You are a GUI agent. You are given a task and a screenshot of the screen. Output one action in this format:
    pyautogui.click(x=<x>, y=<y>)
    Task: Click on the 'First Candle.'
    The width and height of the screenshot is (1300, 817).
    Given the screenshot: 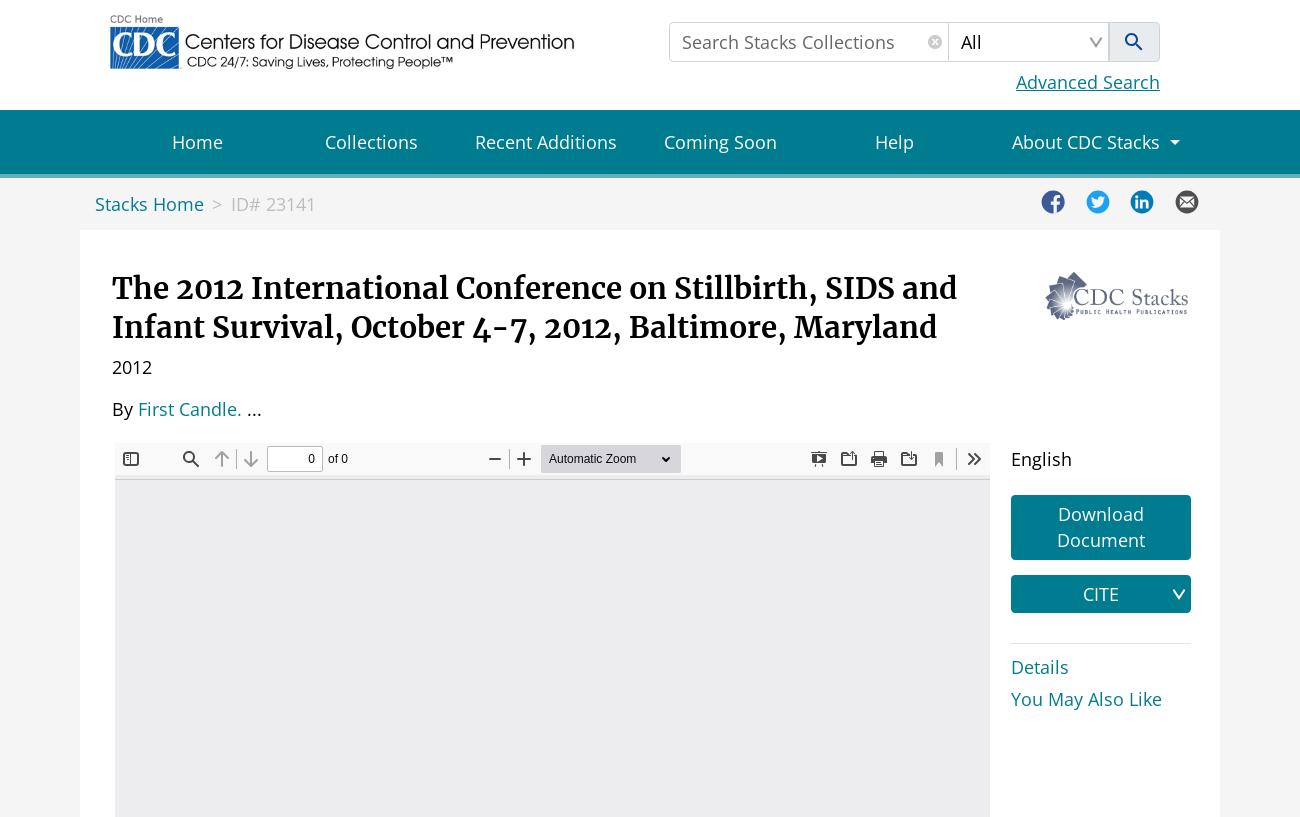 What is the action you would take?
    pyautogui.click(x=137, y=407)
    